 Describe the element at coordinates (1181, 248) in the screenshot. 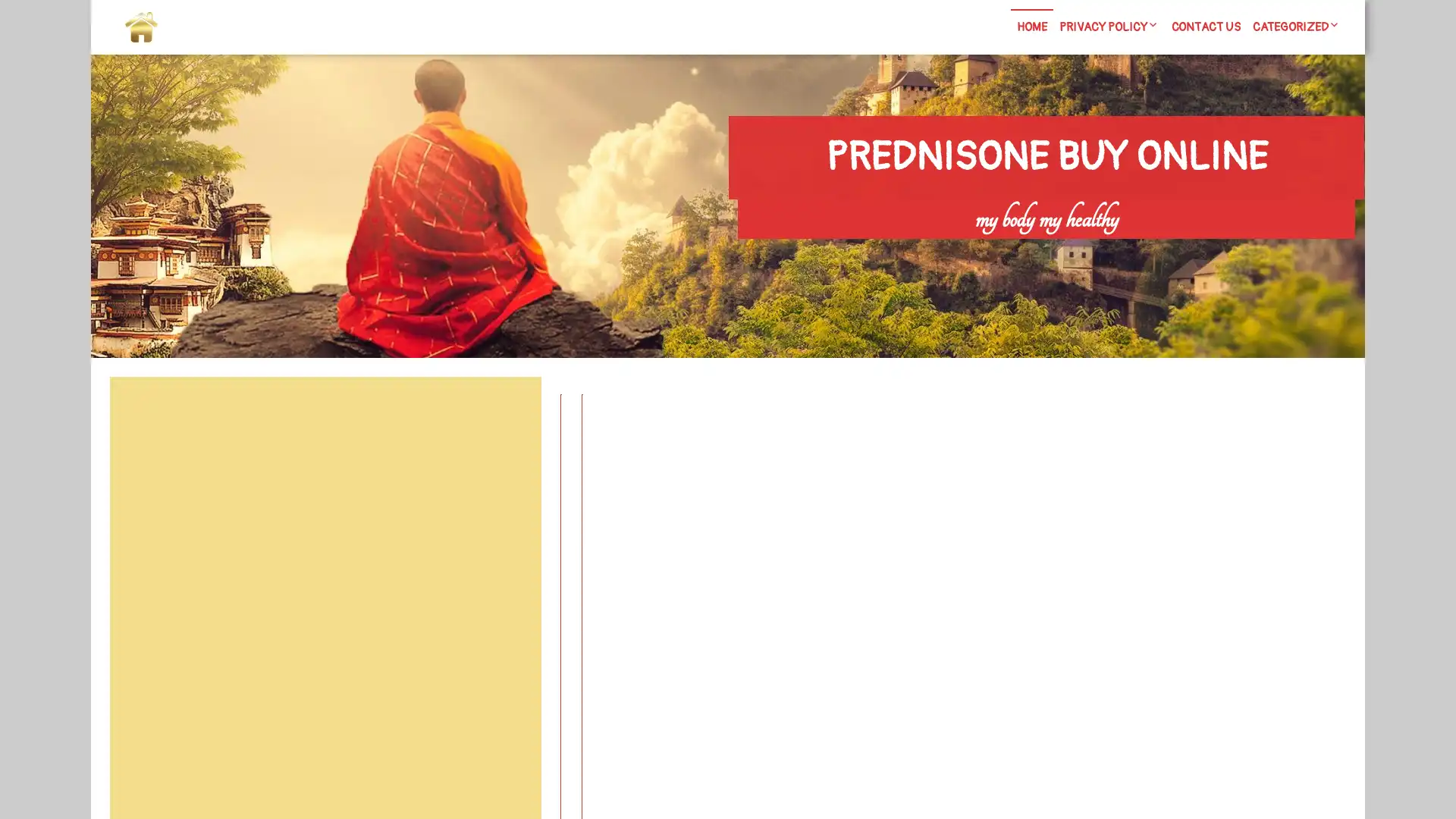

I see `Search` at that location.